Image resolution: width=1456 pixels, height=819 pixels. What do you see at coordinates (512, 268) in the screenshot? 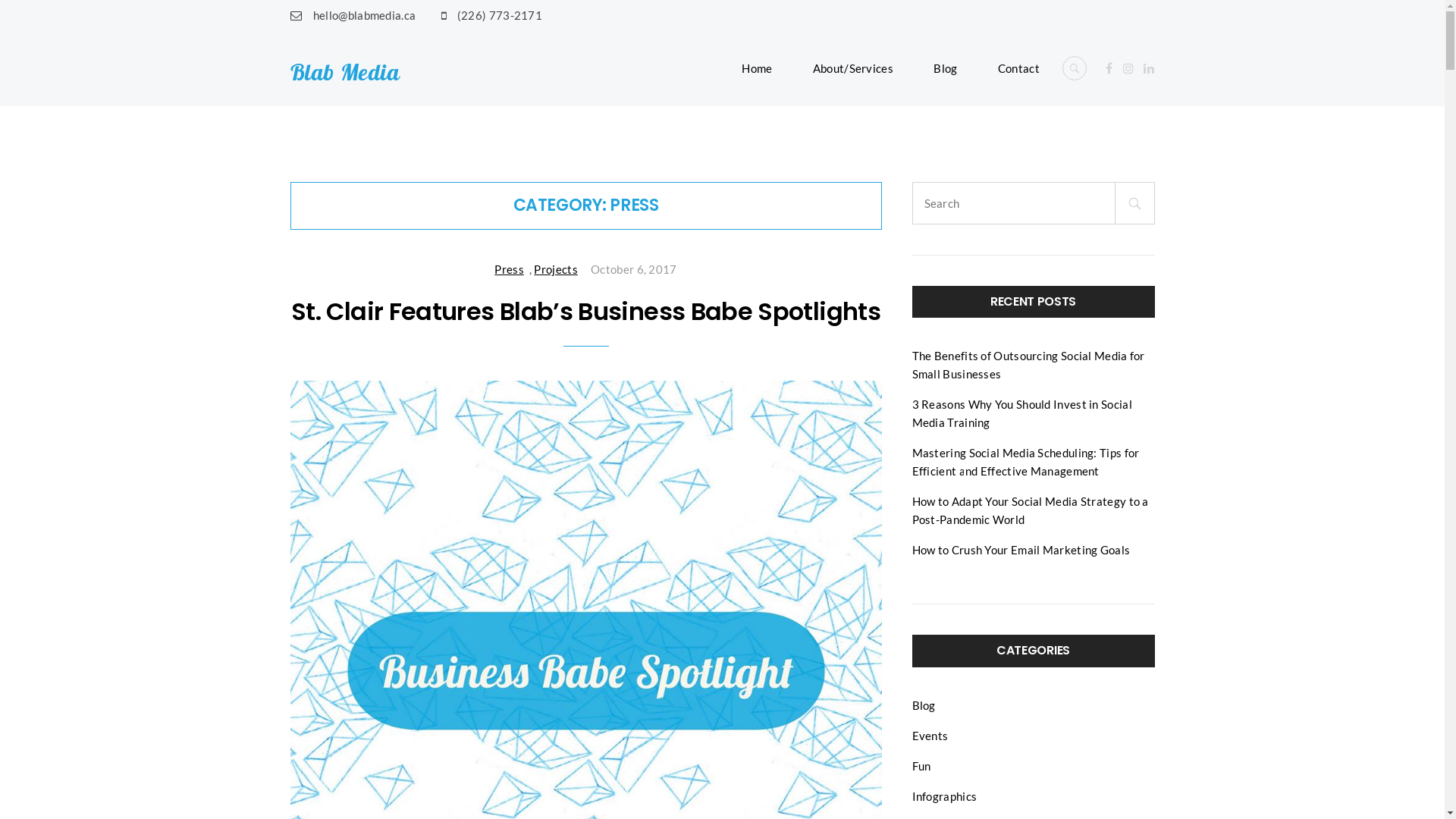
I see `'Press'` at bounding box center [512, 268].